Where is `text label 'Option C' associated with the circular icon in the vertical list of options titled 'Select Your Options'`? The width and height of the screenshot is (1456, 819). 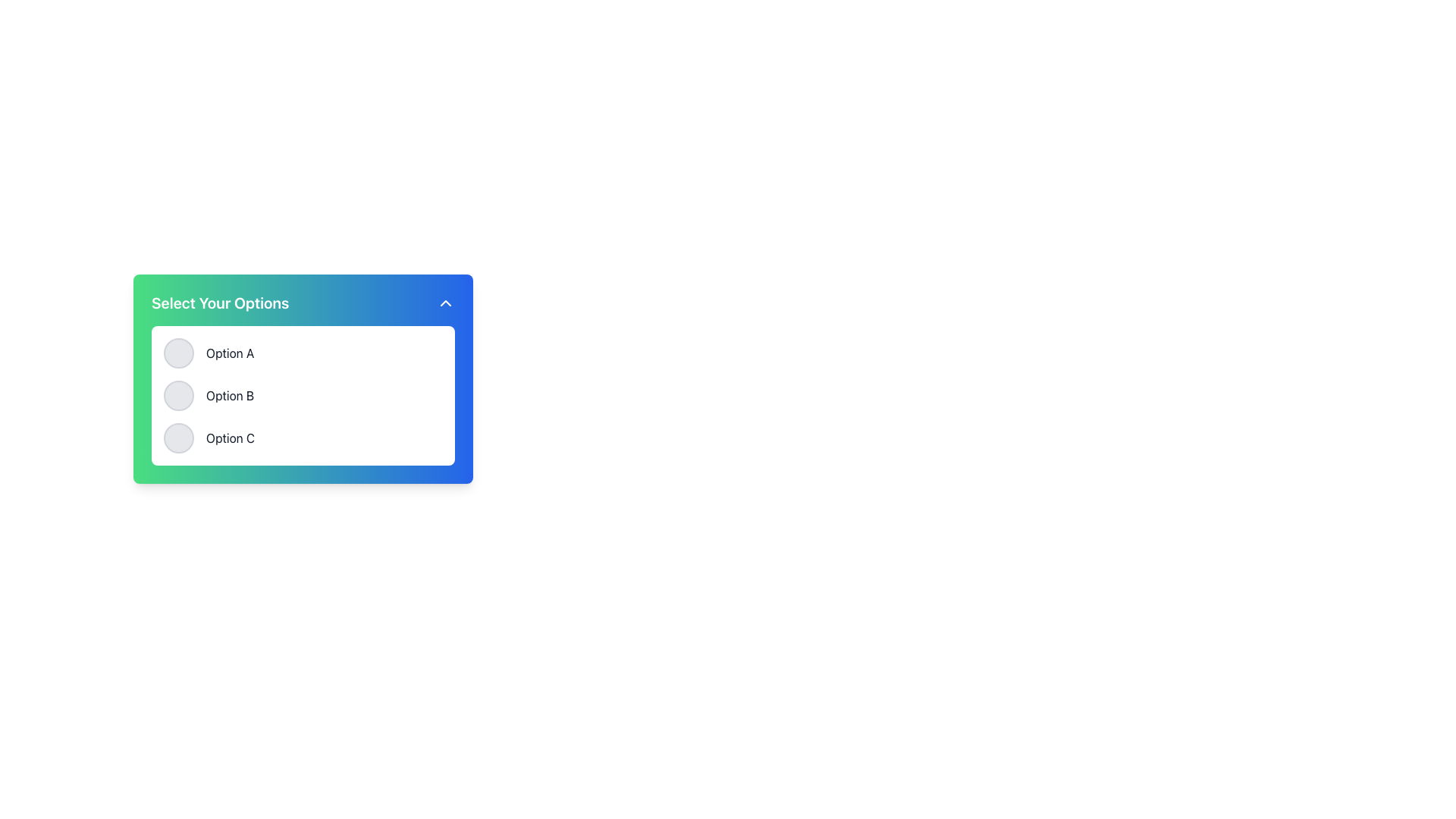 text label 'Option C' associated with the circular icon in the vertical list of options titled 'Select Your Options' is located at coordinates (230, 438).